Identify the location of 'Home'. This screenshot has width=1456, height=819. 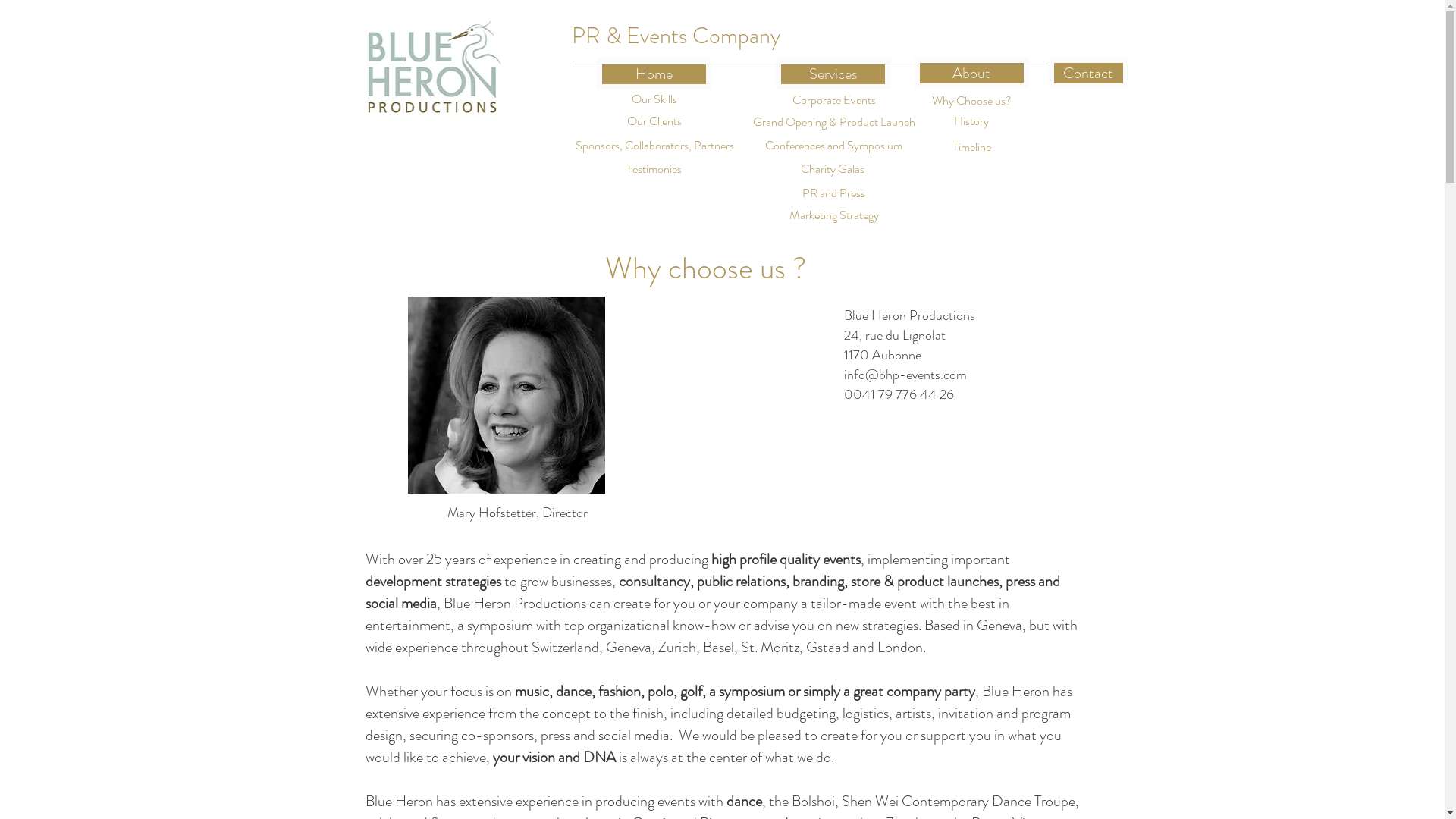
(595, 74).